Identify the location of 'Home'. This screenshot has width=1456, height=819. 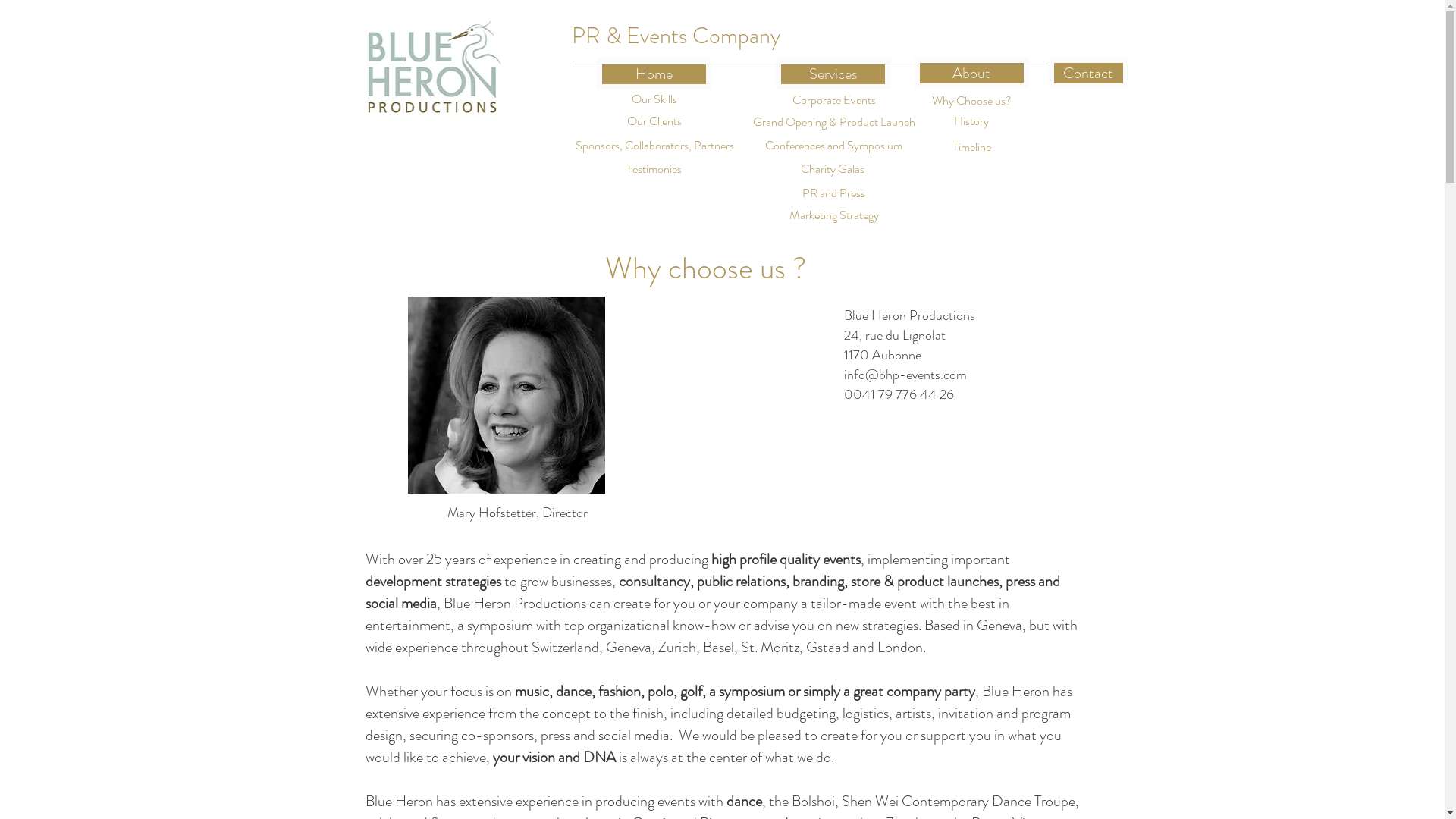
(595, 74).